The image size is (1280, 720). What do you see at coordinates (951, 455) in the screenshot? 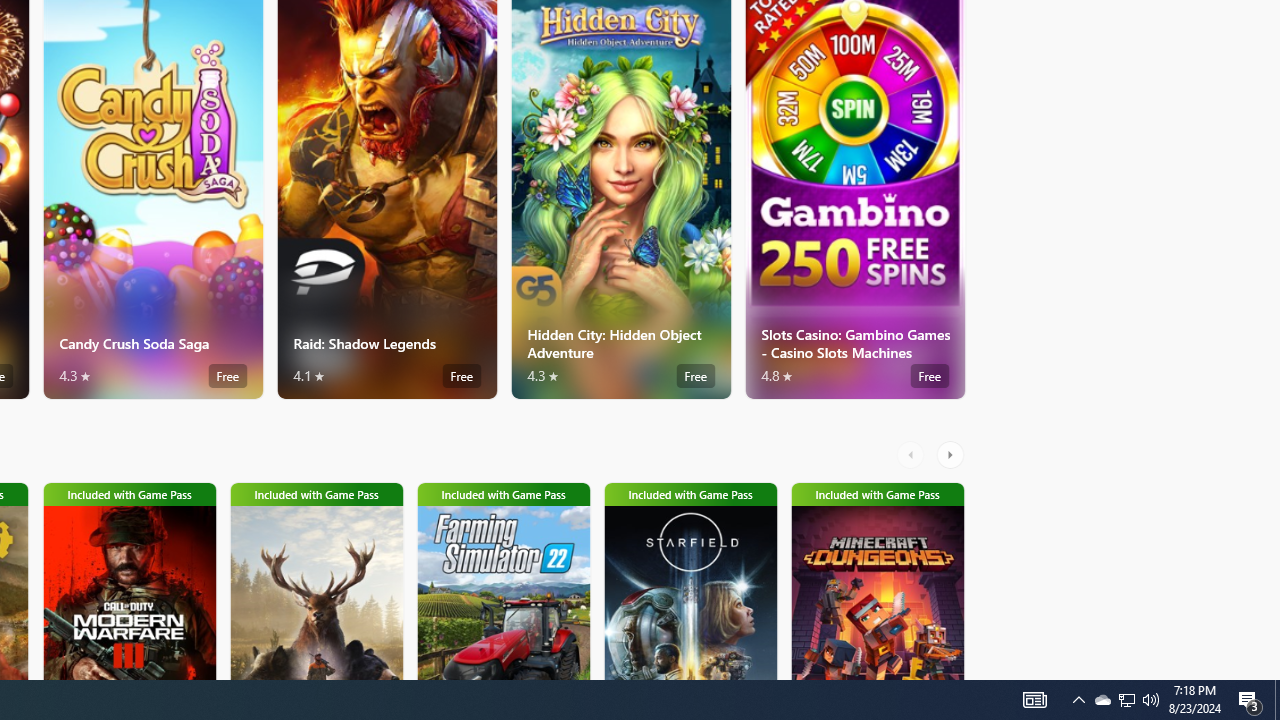
I see `'AutomationID: RightScrollButton'` at bounding box center [951, 455].